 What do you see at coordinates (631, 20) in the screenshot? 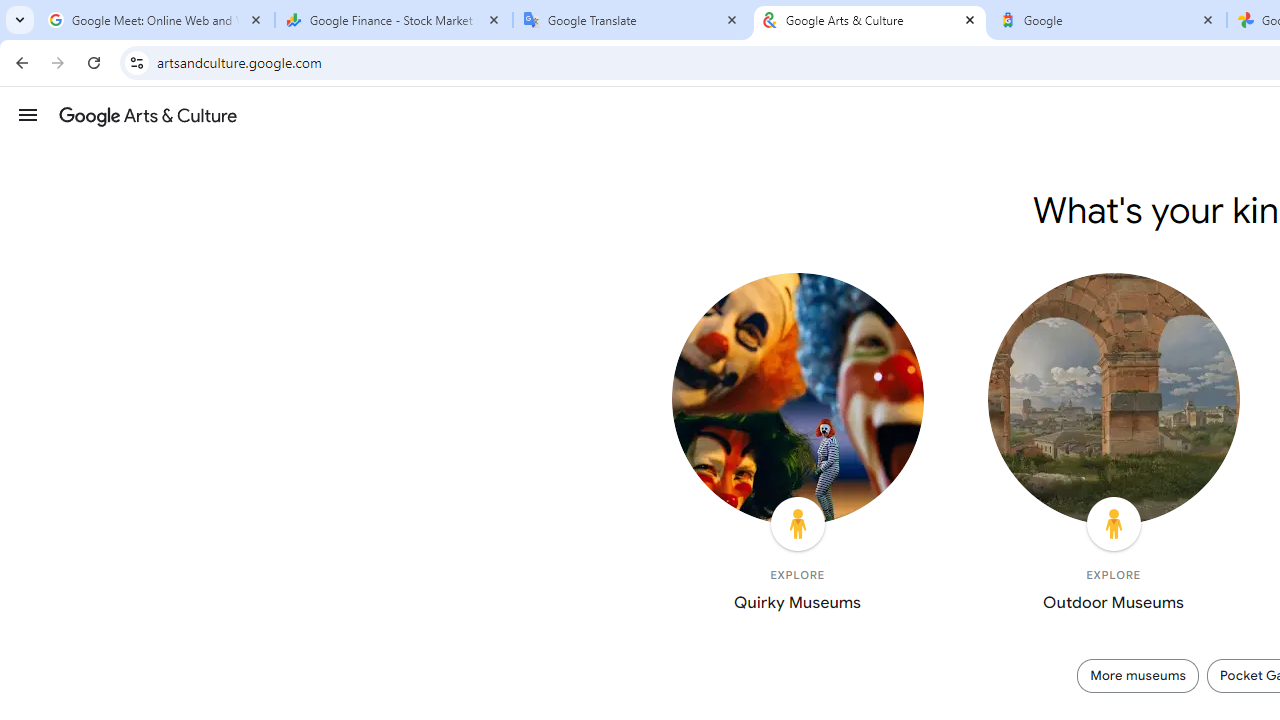
I see `'Google Translate'` at bounding box center [631, 20].